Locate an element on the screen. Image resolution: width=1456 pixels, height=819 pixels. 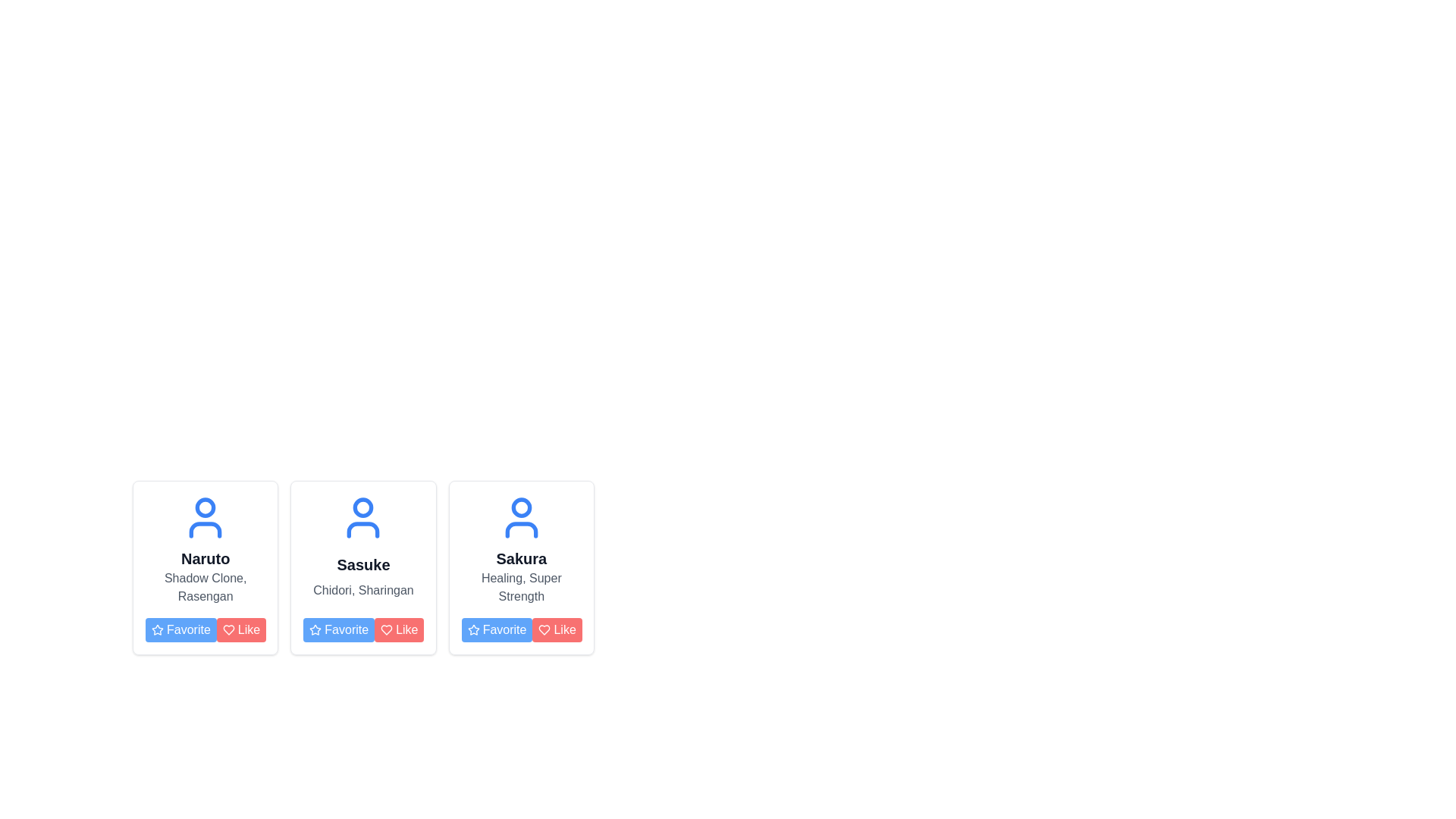
the static text label displaying 'Chidori, Sharingan', which is located below the 'Sasuke' header and above the 'Favorite' and 'Like' buttons in the second card from the left is located at coordinates (362, 590).